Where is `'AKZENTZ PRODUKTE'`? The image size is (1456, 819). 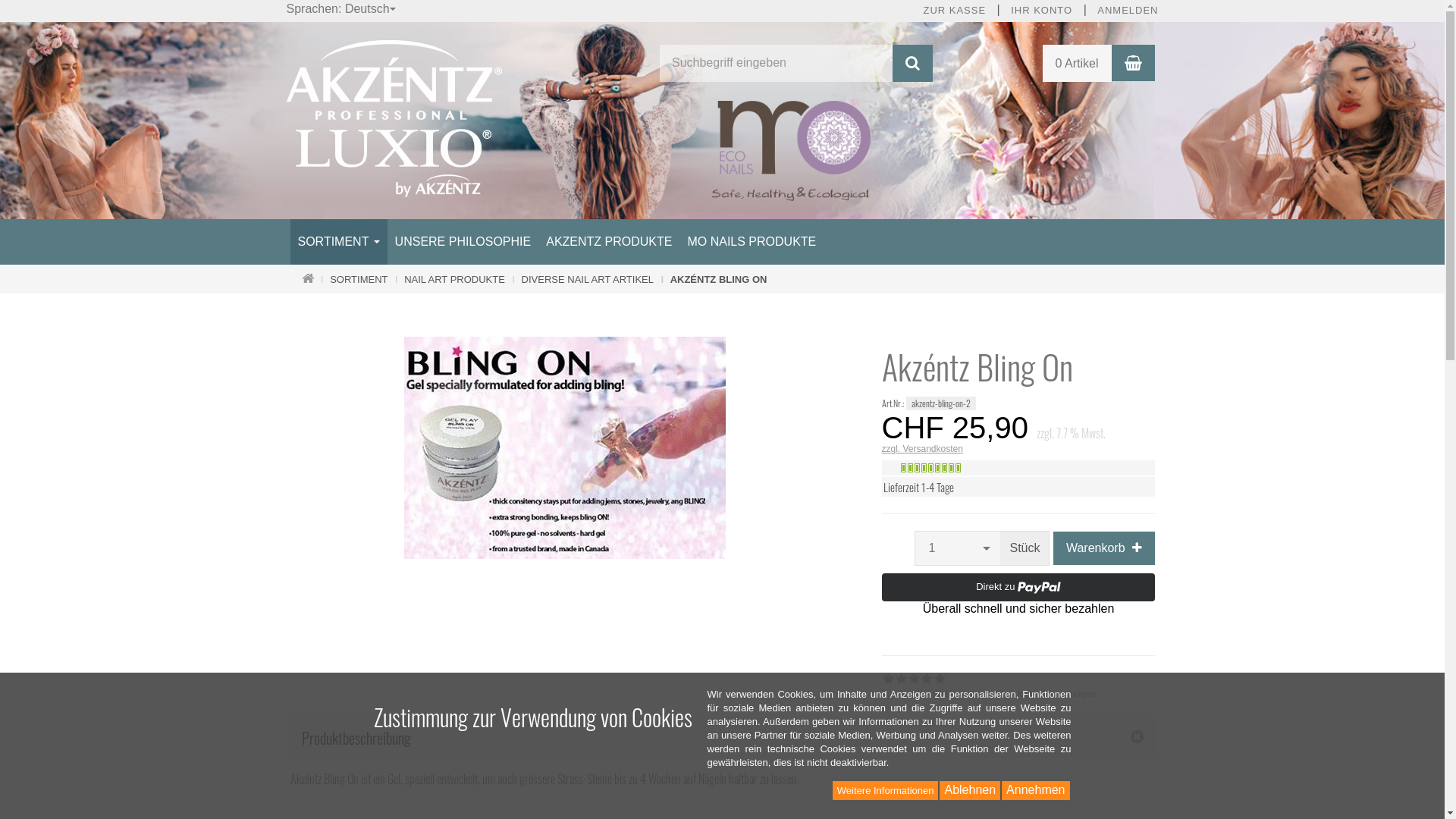 'AKZENTZ PRODUKTE' is located at coordinates (608, 241).